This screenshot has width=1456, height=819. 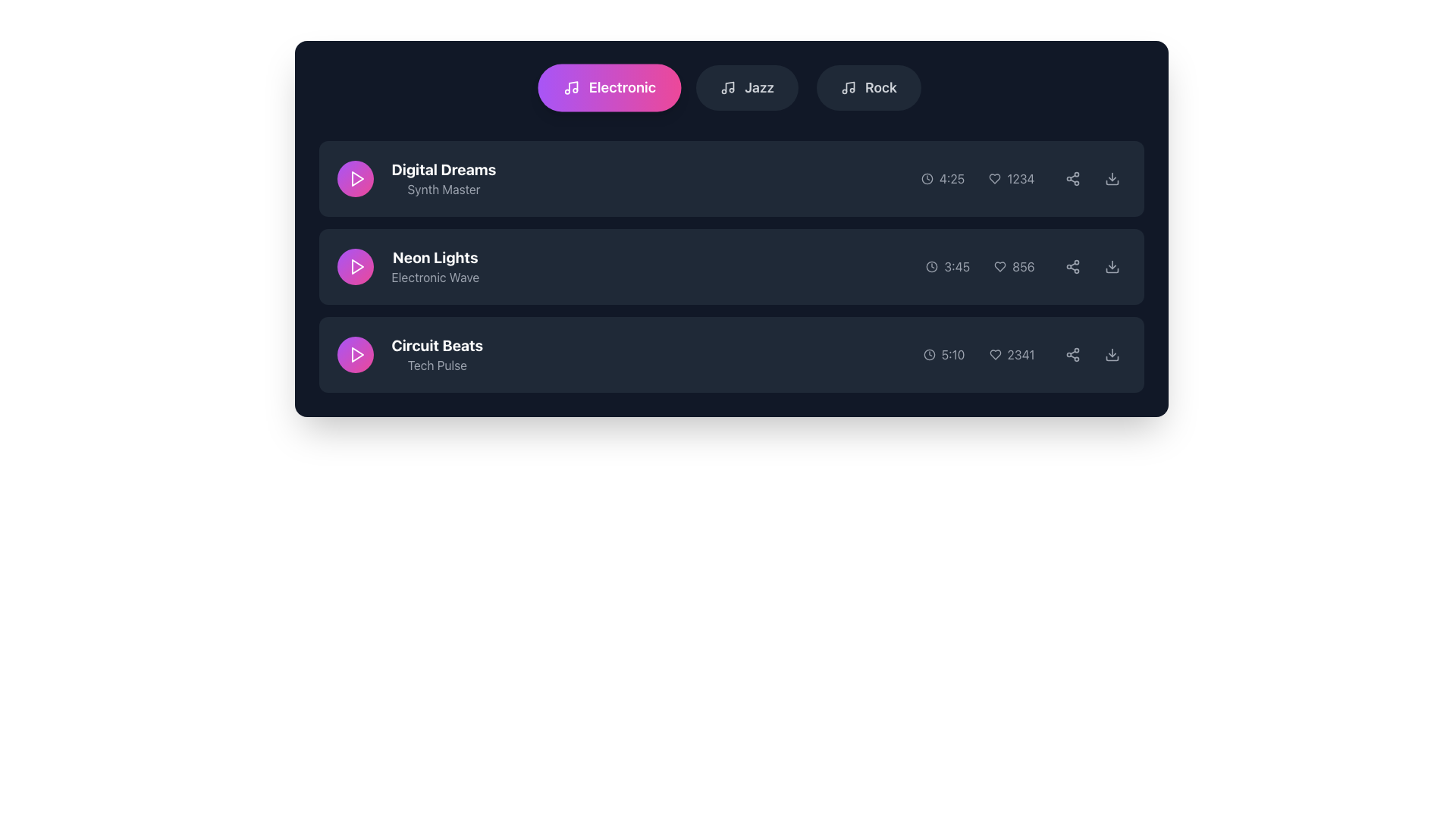 What do you see at coordinates (880, 87) in the screenshot?
I see `the text label for the music genre selection interface` at bounding box center [880, 87].